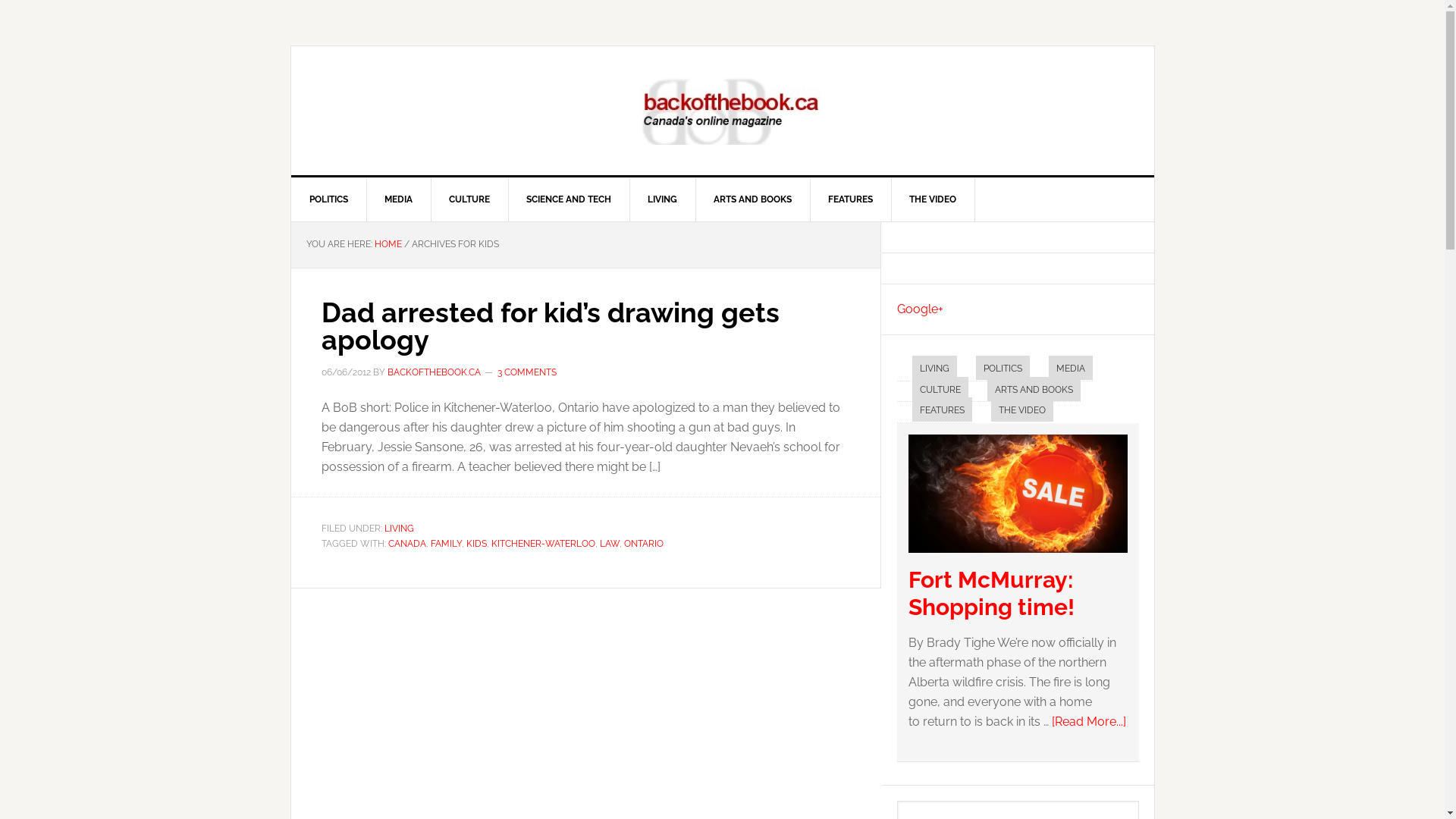 This screenshot has width=1456, height=819. What do you see at coordinates (918, 308) in the screenshot?
I see `'Google+'` at bounding box center [918, 308].